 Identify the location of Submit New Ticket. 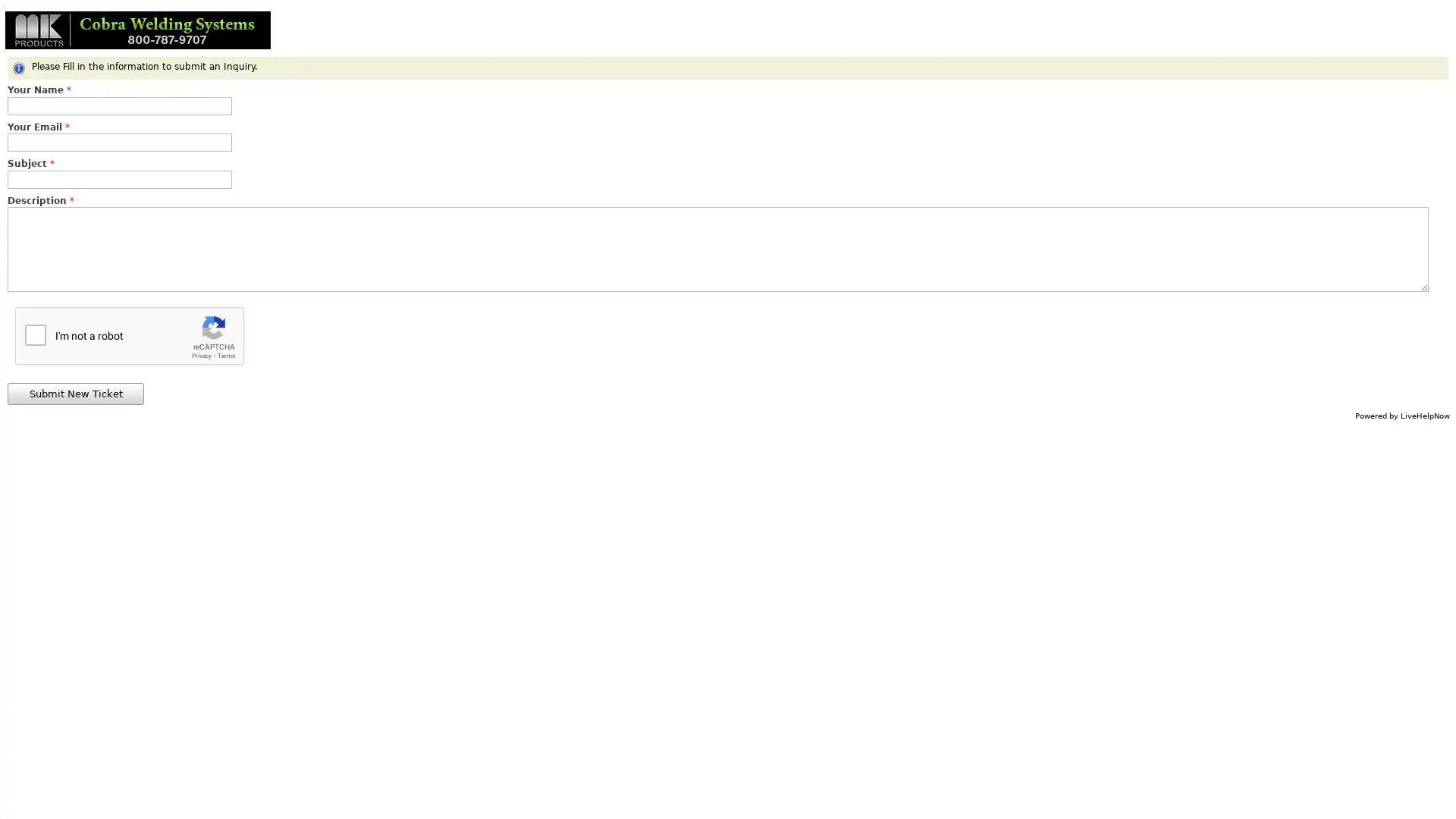
(75, 393).